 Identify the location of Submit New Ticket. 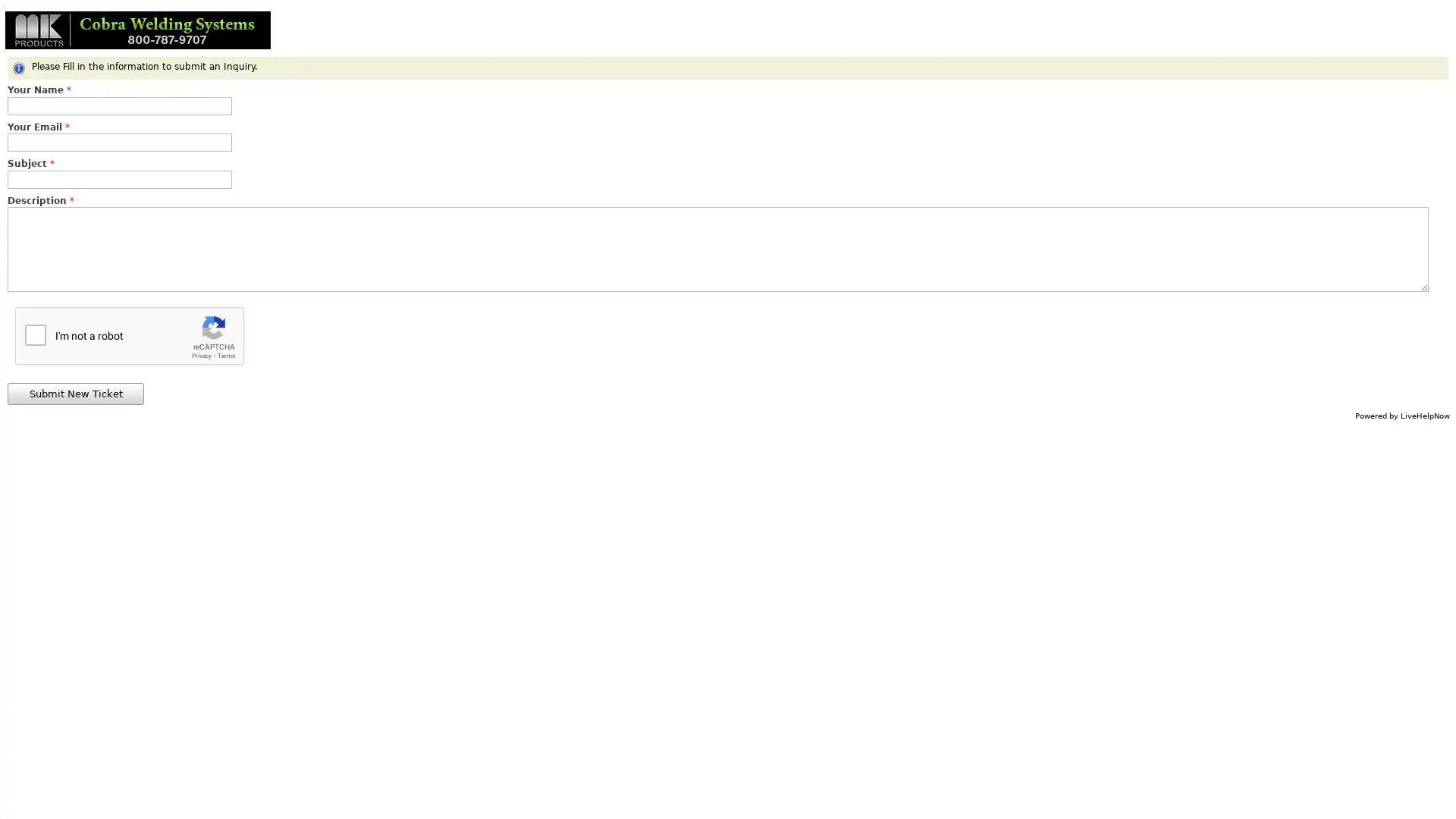
(75, 393).